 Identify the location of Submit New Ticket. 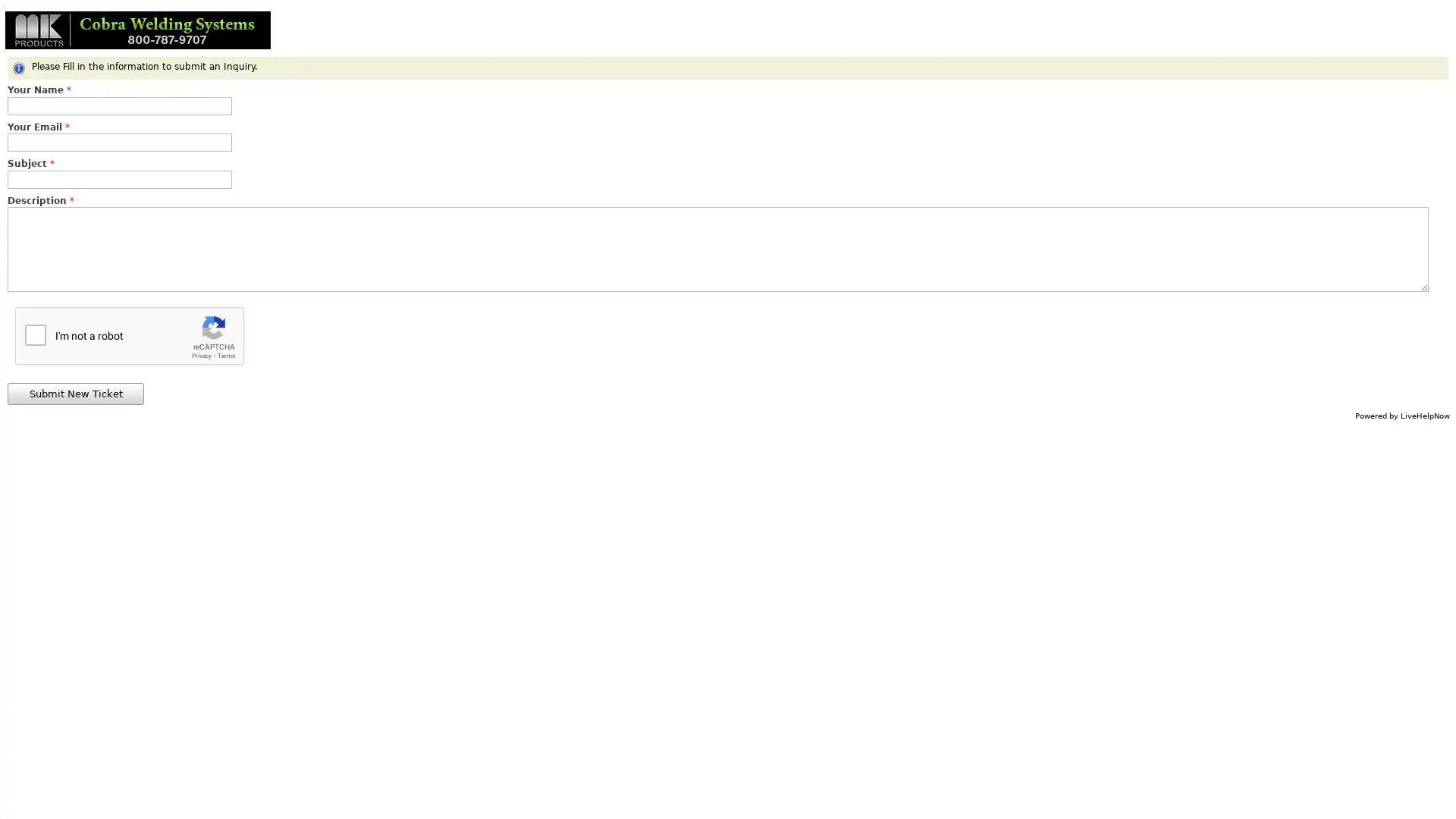
(75, 393).